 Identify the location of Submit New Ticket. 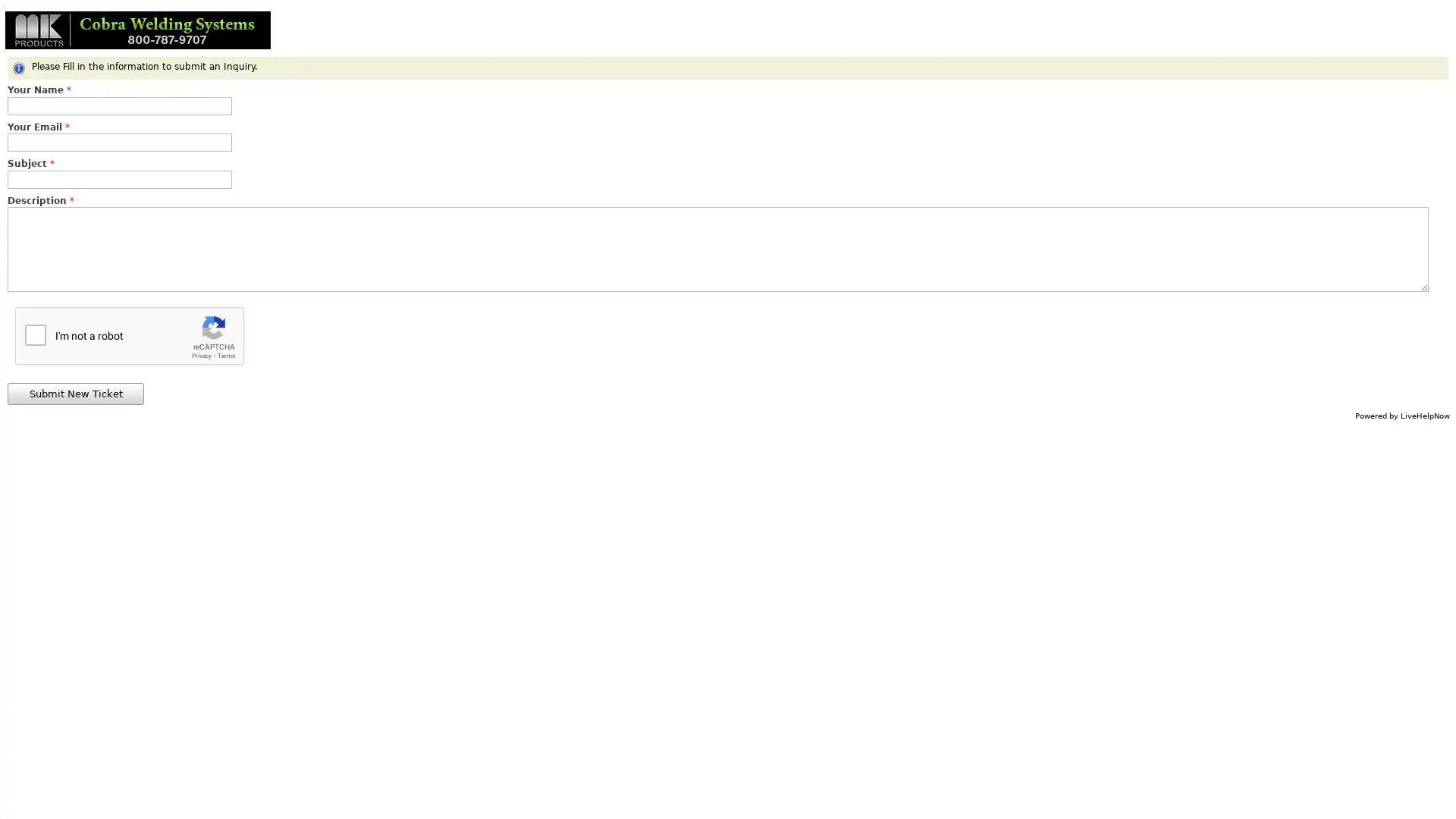
(75, 393).